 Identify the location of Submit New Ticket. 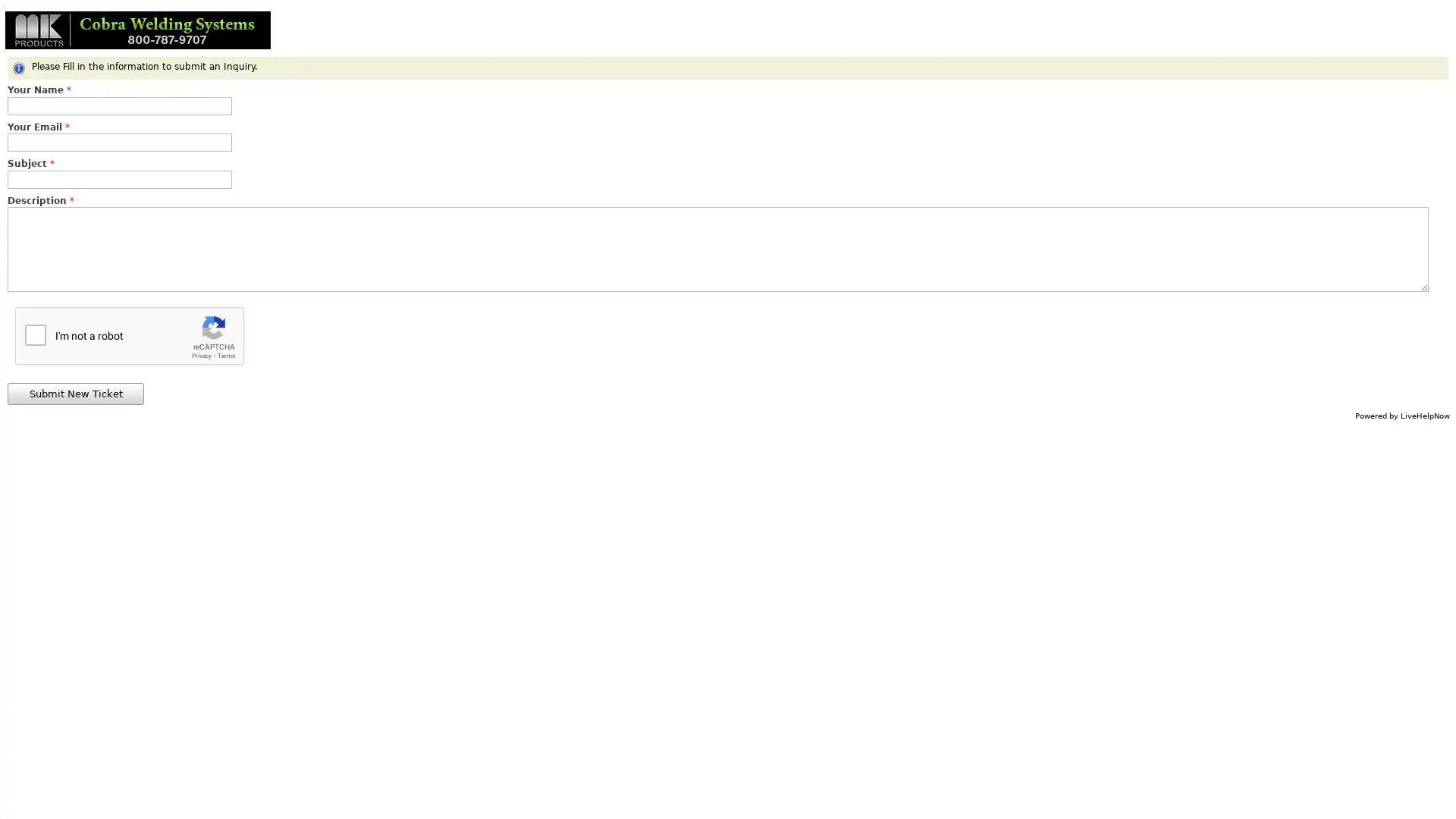
(75, 393).